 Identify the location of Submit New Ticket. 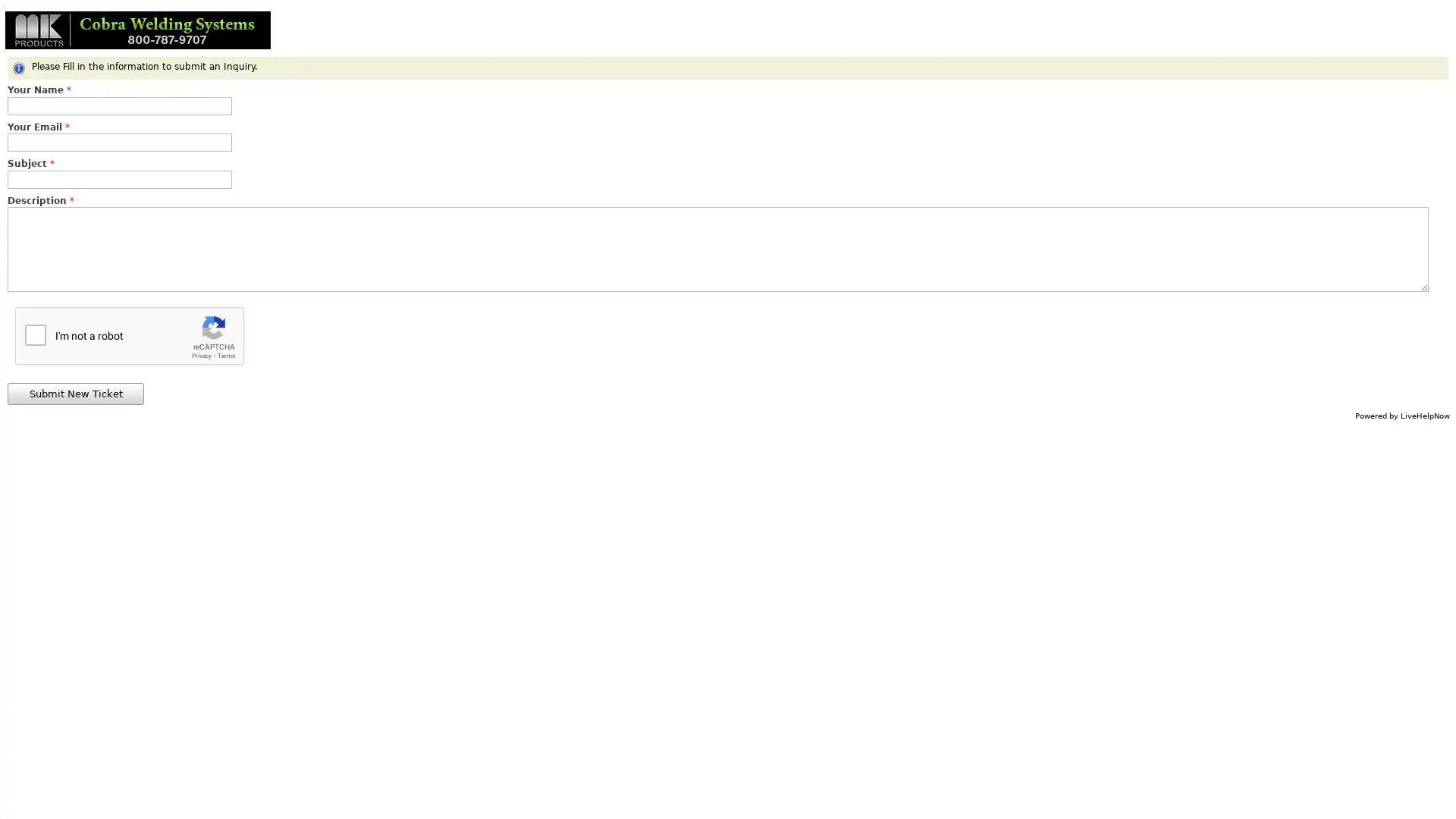
(75, 393).